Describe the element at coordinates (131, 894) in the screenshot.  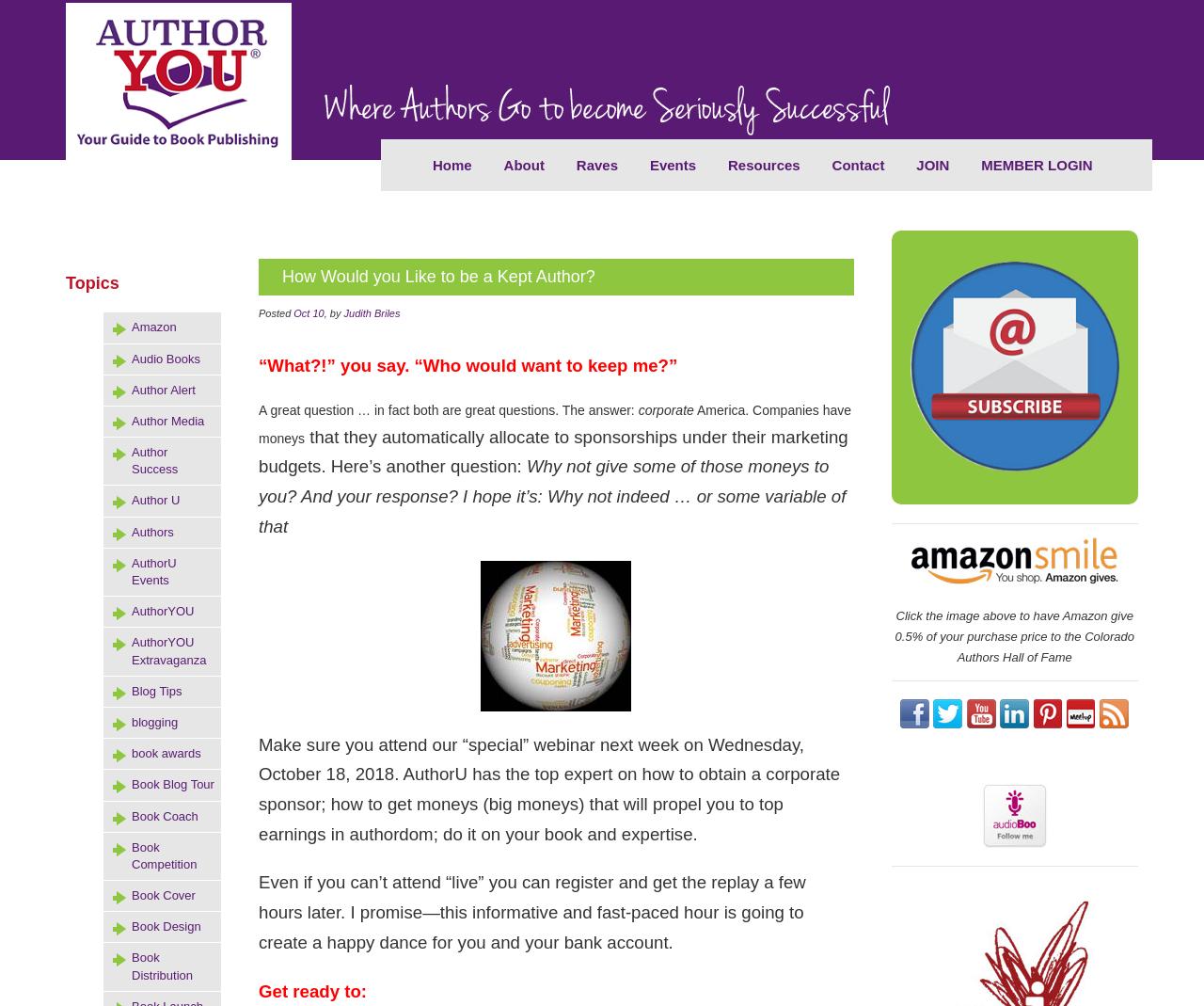
I see `'Book Cover'` at that location.